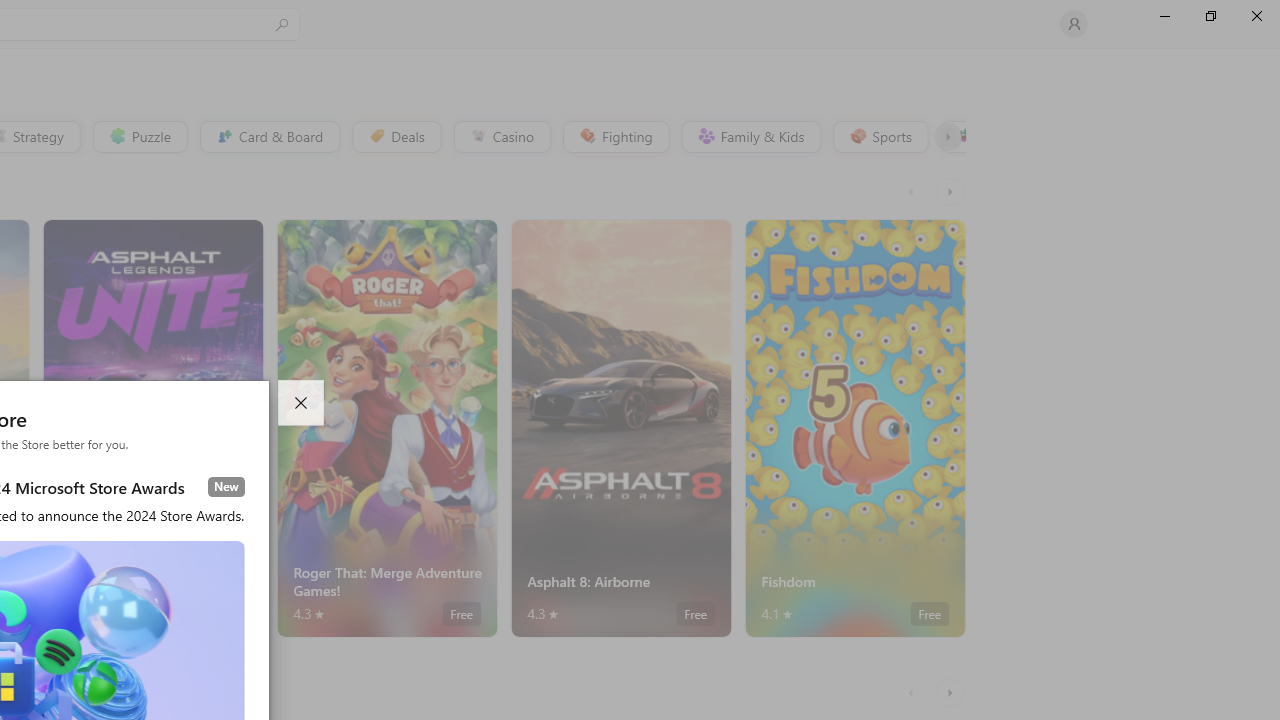 The image size is (1280, 720). Describe the element at coordinates (912, 692) in the screenshot. I see `'AutomationID: LeftScrollButton'` at that location.